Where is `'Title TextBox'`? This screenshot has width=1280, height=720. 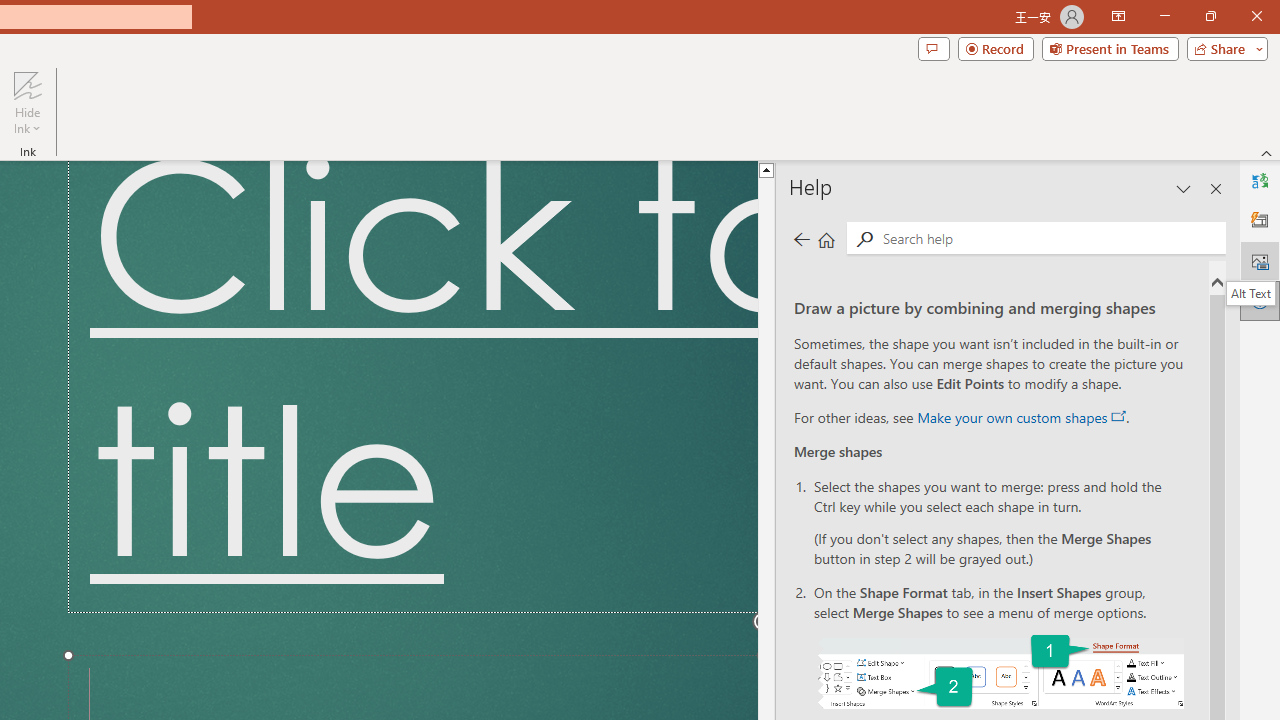 'Title TextBox' is located at coordinates (411, 387).